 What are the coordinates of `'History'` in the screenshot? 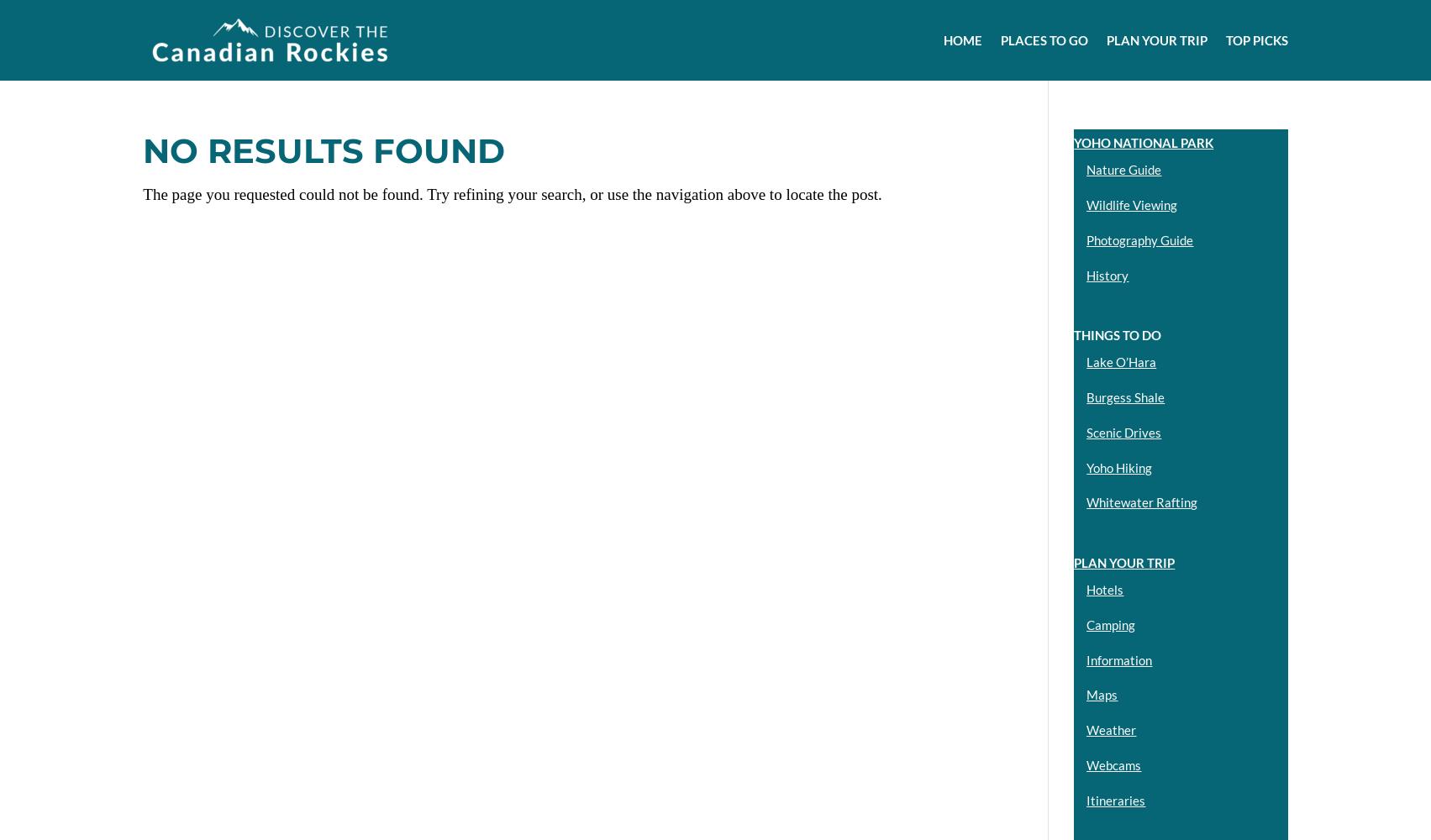 It's located at (1106, 274).